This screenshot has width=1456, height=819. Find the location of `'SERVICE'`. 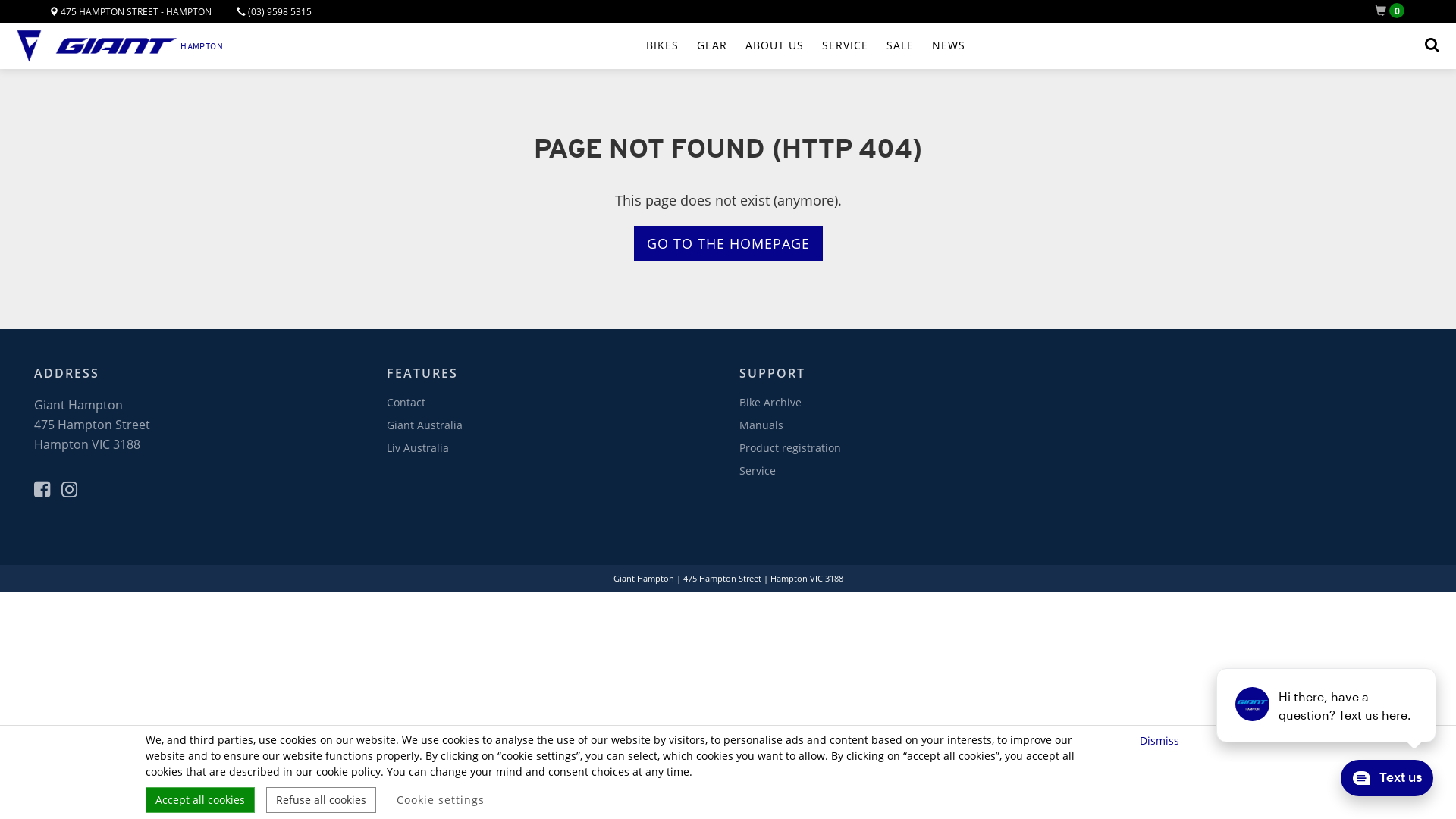

'SERVICE' is located at coordinates (844, 45).